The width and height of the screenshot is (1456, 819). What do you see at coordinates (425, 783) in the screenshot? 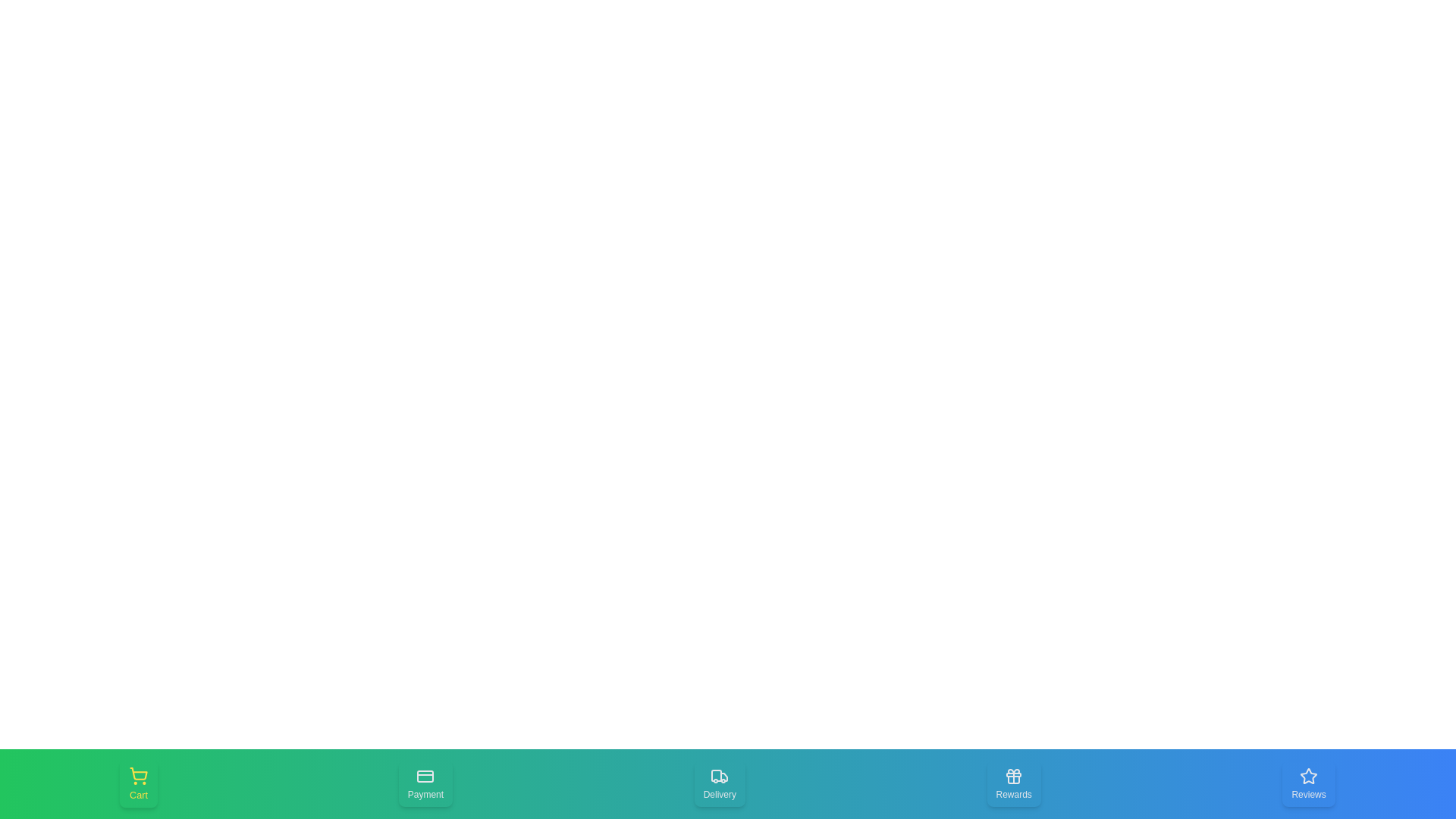
I see `the Payment navigation tab` at bounding box center [425, 783].